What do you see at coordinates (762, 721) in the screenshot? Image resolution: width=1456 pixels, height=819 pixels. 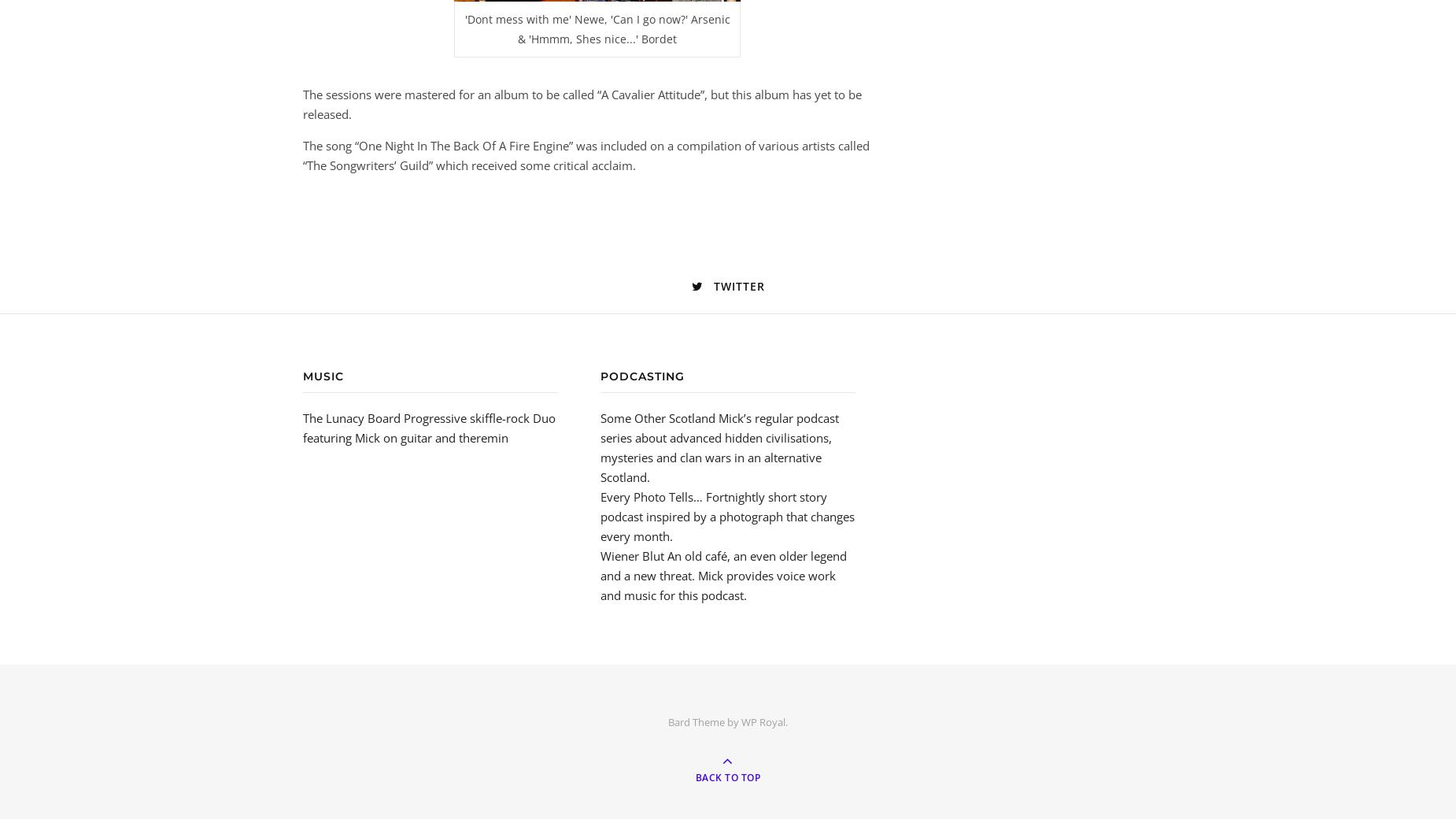 I see `'WP Royal'` at bounding box center [762, 721].